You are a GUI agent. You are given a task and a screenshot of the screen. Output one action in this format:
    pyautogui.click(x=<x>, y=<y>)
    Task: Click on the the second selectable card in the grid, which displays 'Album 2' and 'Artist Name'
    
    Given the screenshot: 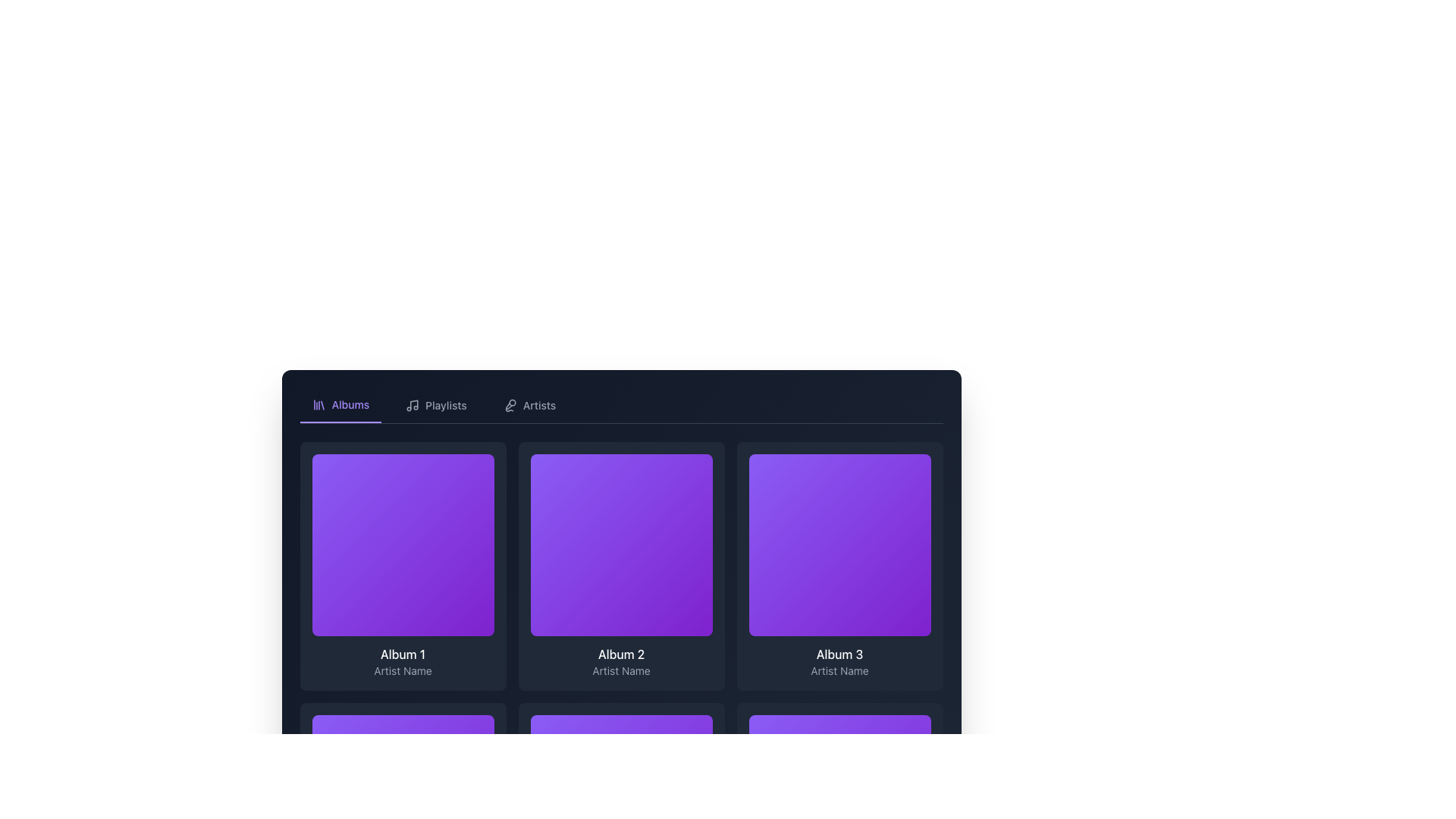 What is the action you would take?
    pyautogui.click(x=621, y=566)
    